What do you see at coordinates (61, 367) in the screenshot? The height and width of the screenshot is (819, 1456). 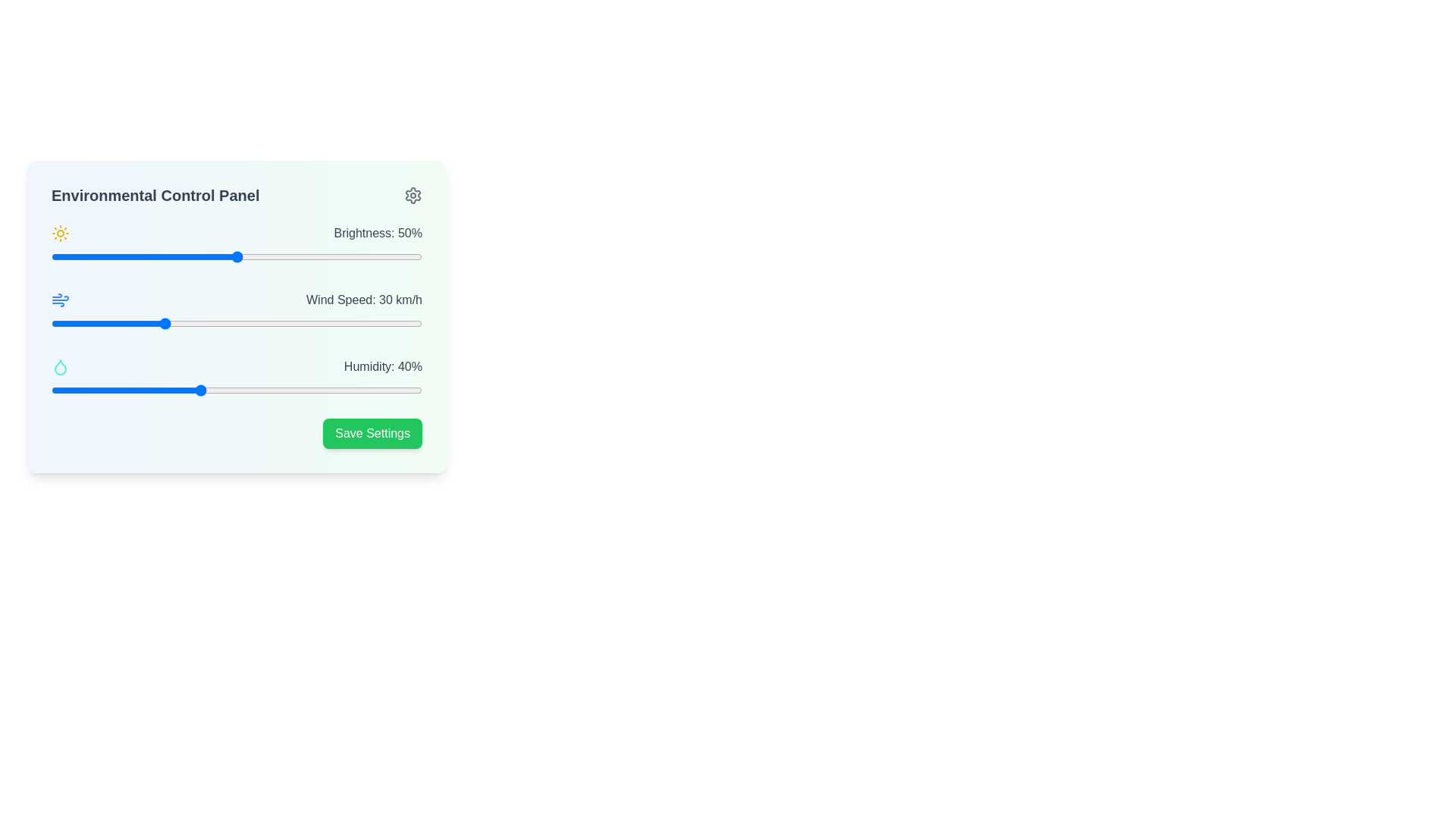 I see `the droplet icon in the Environmental Control Panel that represents humidity, located as the third icon in the left column` at bounding box center [61, 367].